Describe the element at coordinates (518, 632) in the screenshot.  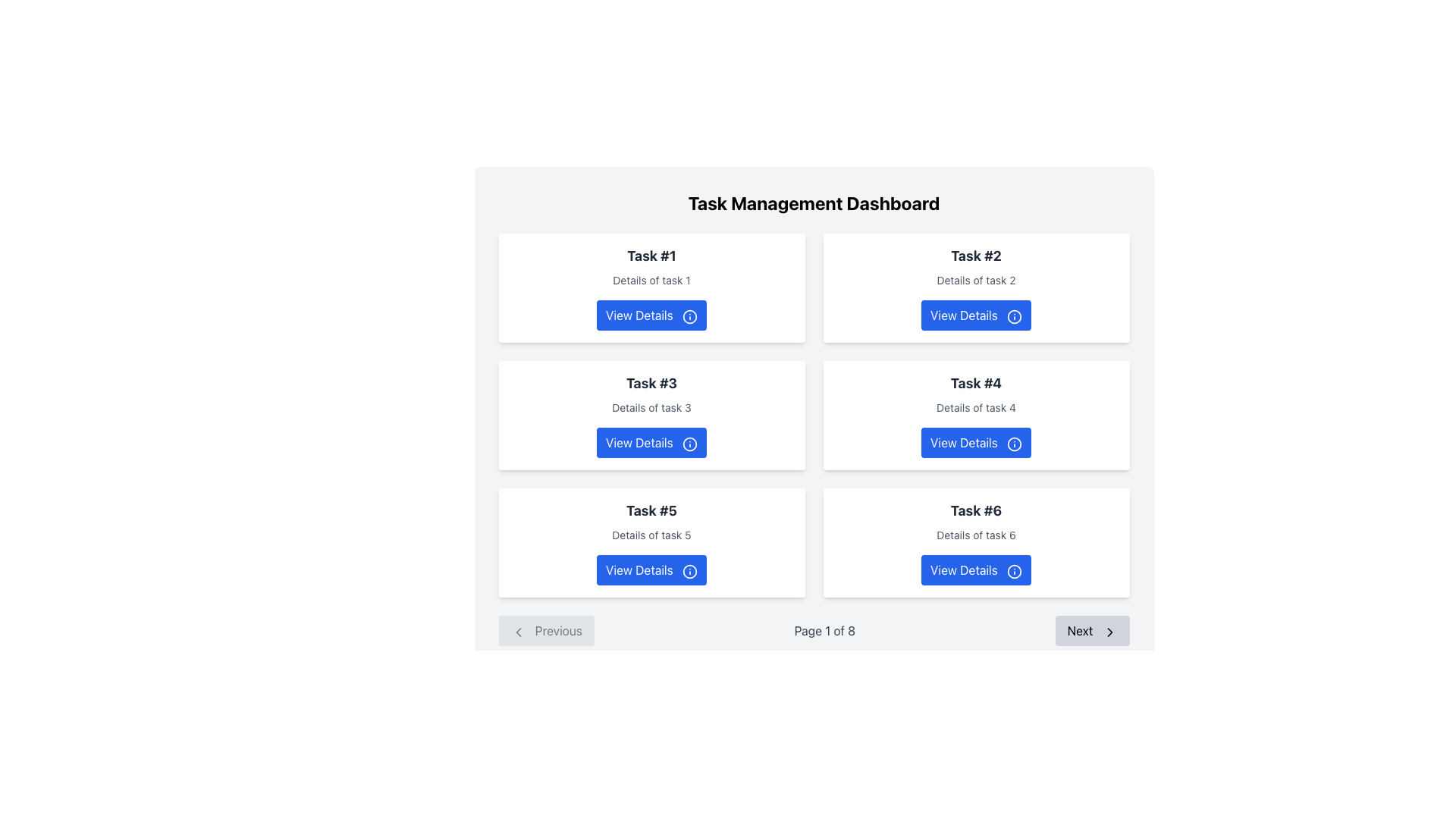
I see `the small black chevron-style left arrow SVG icon located directly to the left of the 'Previous' button` at that location.